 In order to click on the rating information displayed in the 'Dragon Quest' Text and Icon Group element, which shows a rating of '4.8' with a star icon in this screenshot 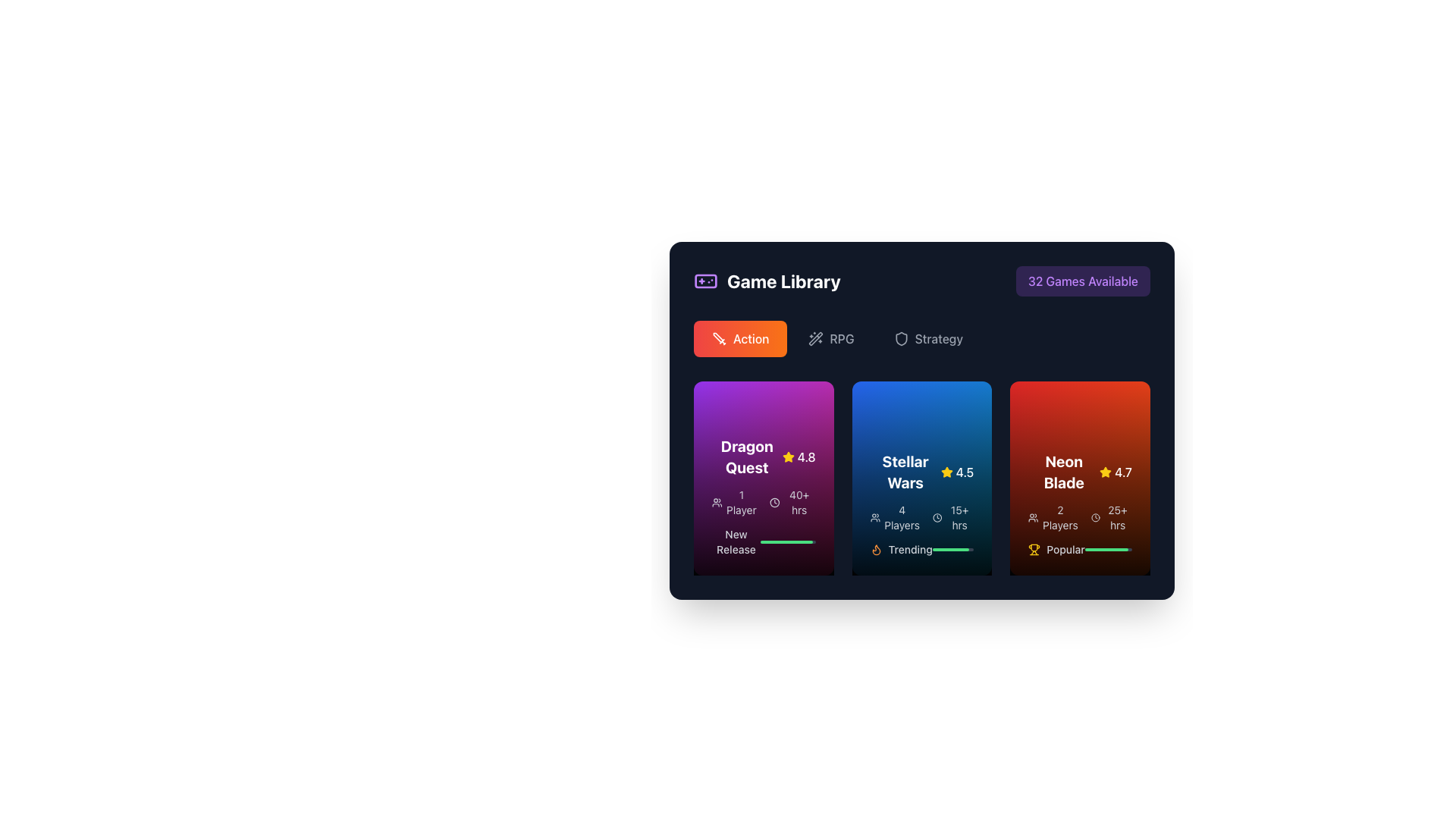, I will do `click(764, 456)`.